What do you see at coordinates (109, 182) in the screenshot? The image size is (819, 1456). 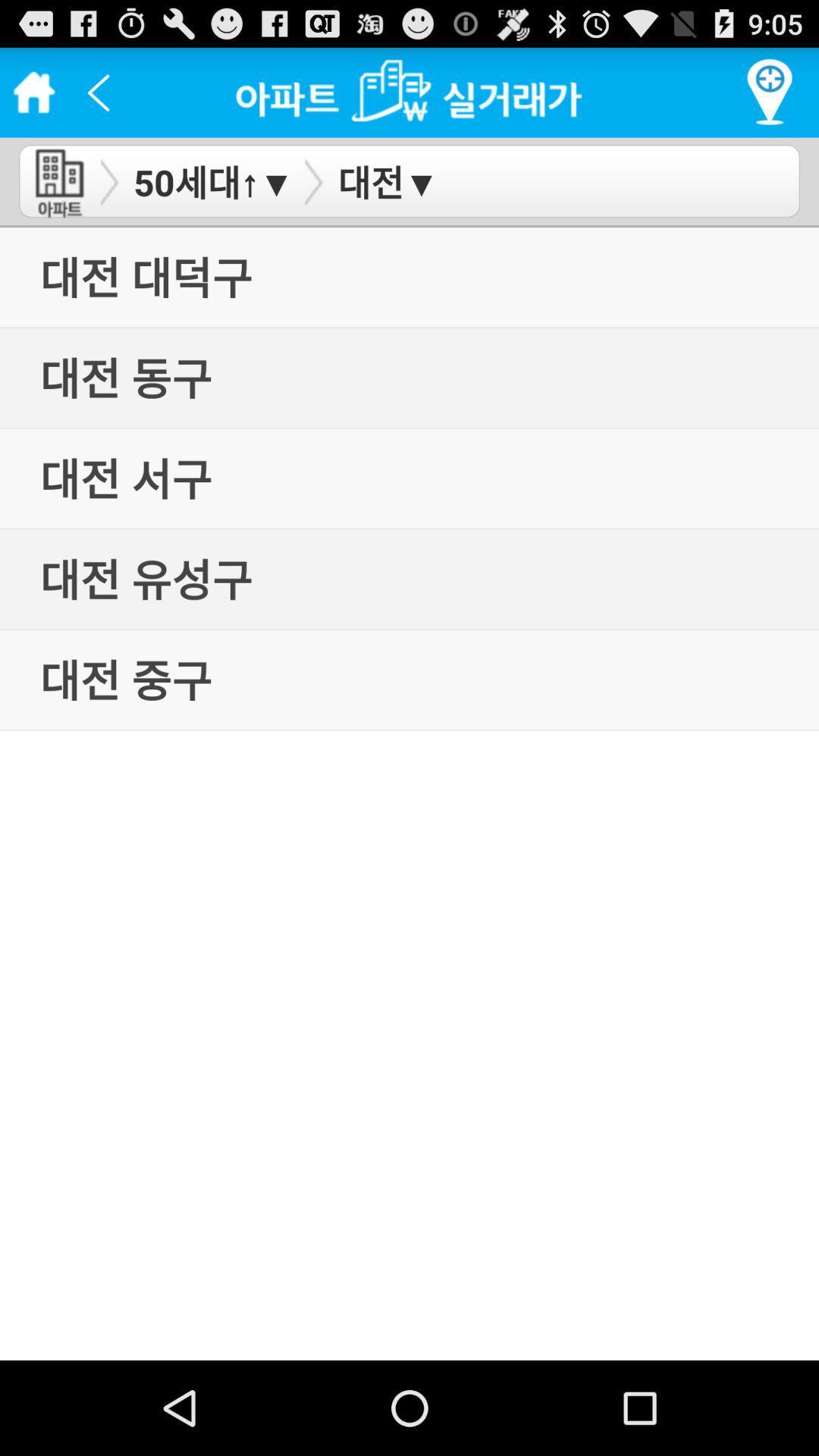 I see `arrow button beside 50` at bounding box center [109, 182].